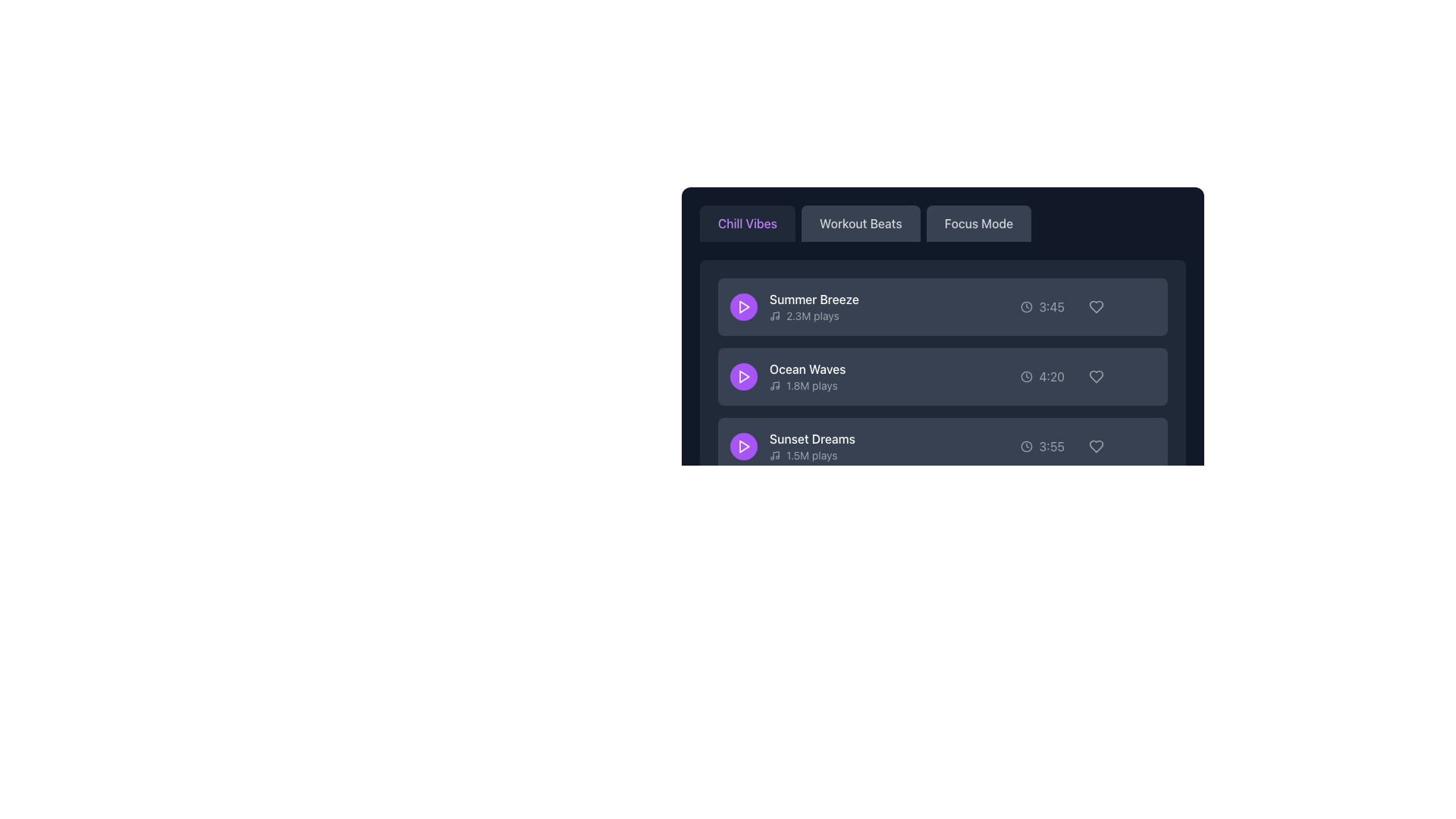  I want to click on the small music note icon located to the left of the '1.5M plays' text in the third card of the song 'Sunset Dreams', so click(775, 455).